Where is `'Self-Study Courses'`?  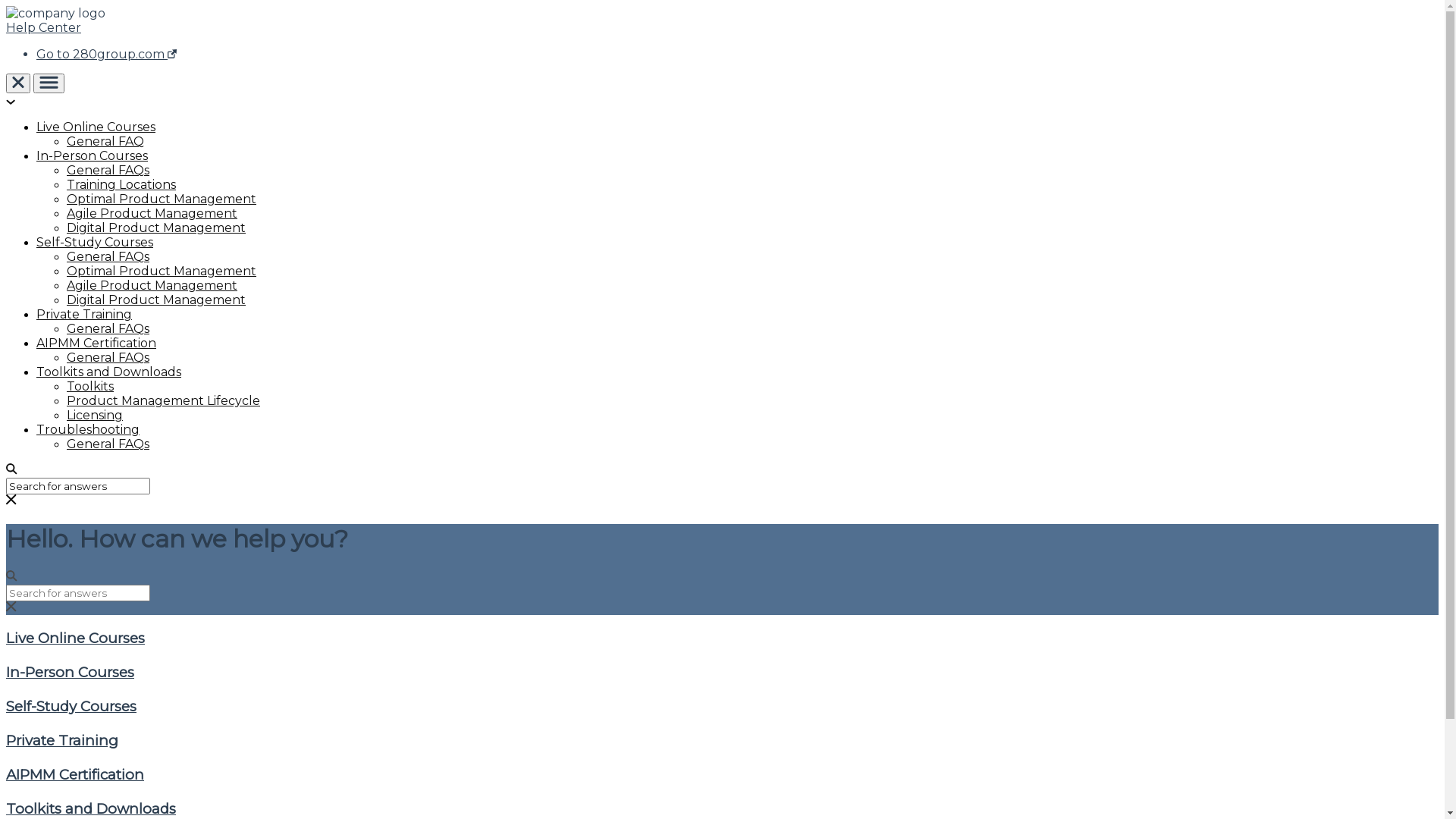
'Self-Study Courses' is located at coordinates (36, 241).